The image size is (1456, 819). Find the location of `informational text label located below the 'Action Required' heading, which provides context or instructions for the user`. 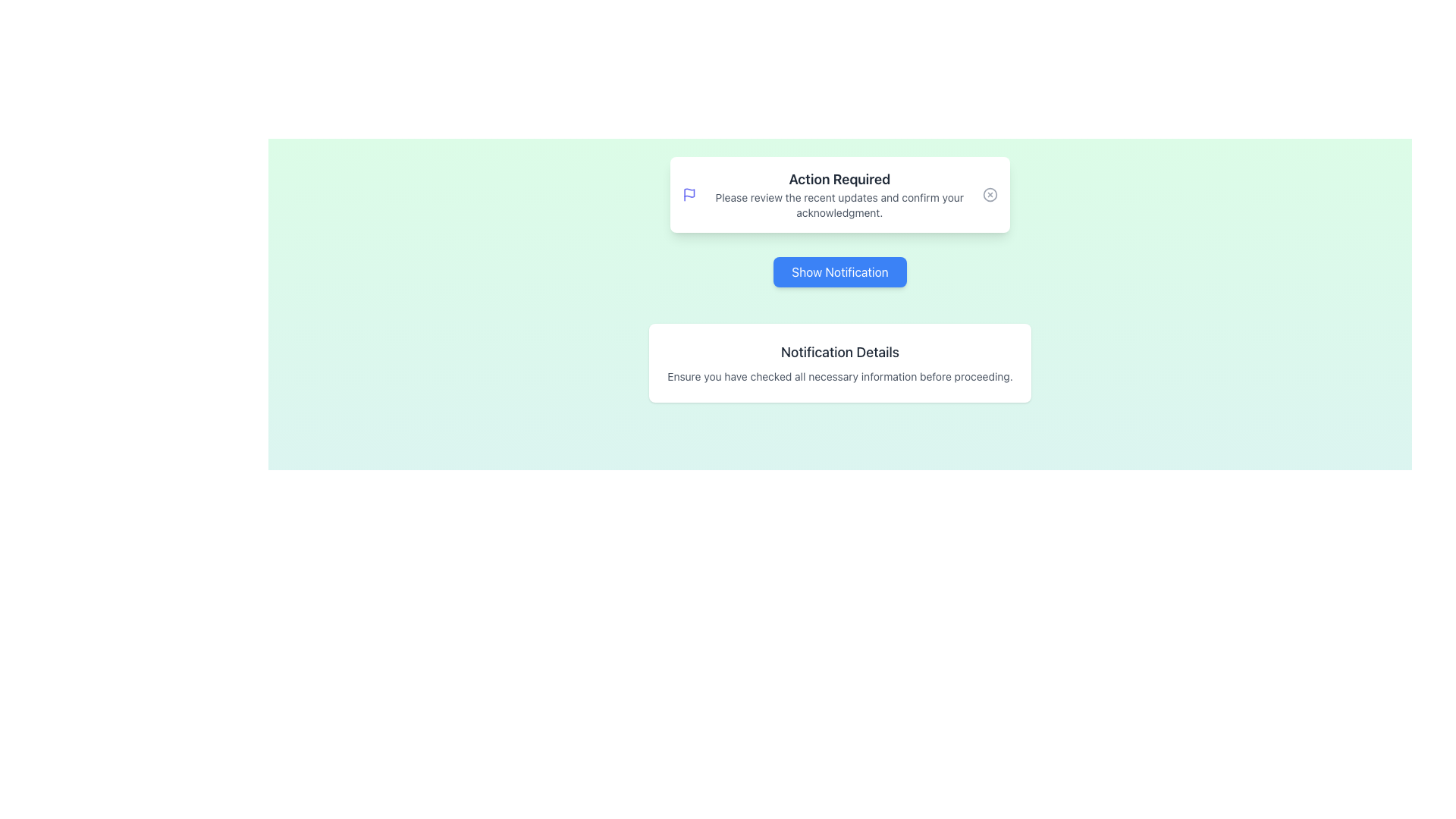

informational text label located below the 'Action Required' heading, which provides context or instructions for the user is located at coordinates (839, 205).